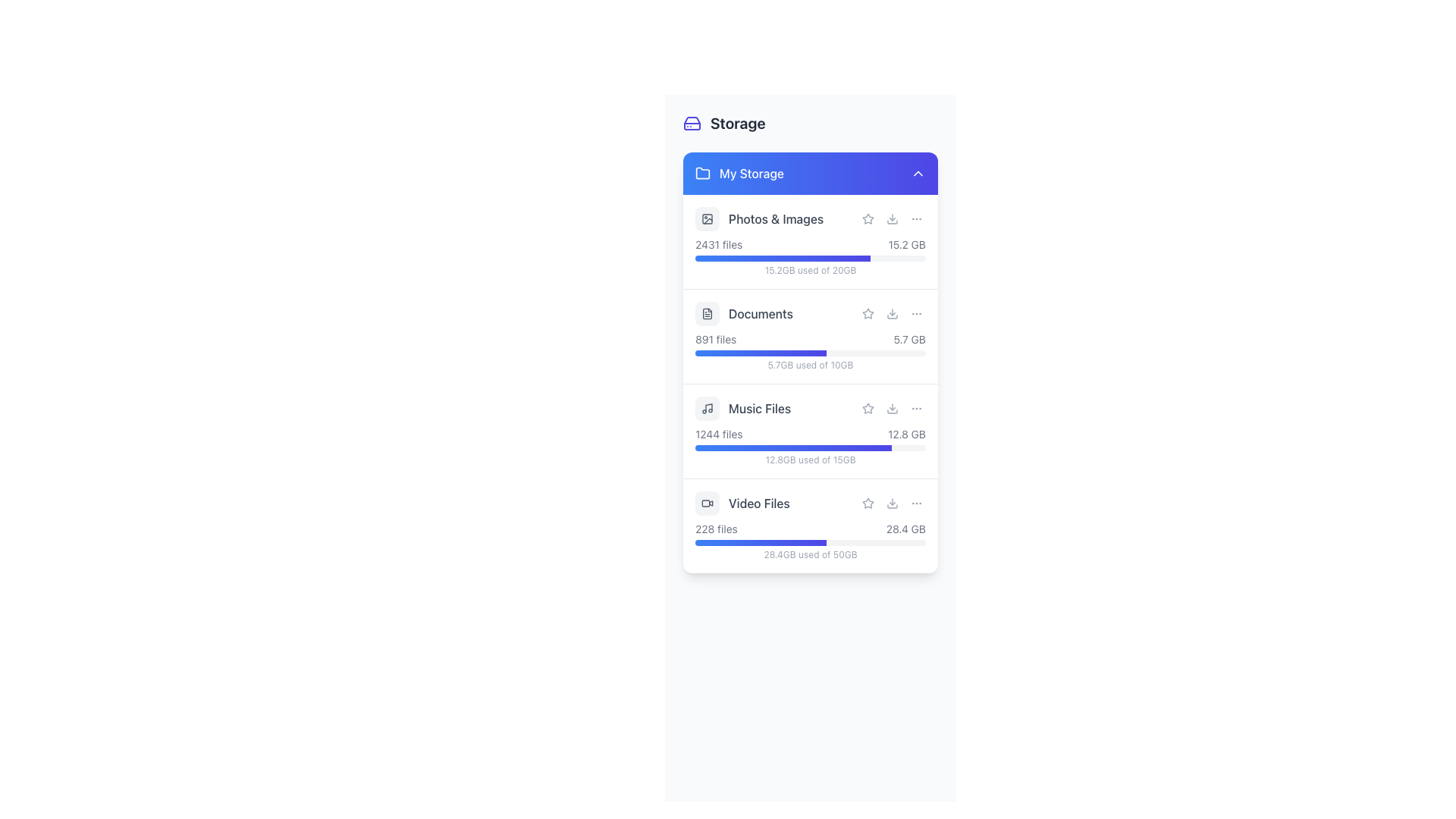 The width and height of the screenshot is (1456, 819). What do you see at coordinates (792, 447) in the screenshot?
I see `the progress bar that visually represents the storage capacity used by music files, located in the third section below '1244 files' and above '12.8GB used of 15GB'` at bounding box center [792, 447].